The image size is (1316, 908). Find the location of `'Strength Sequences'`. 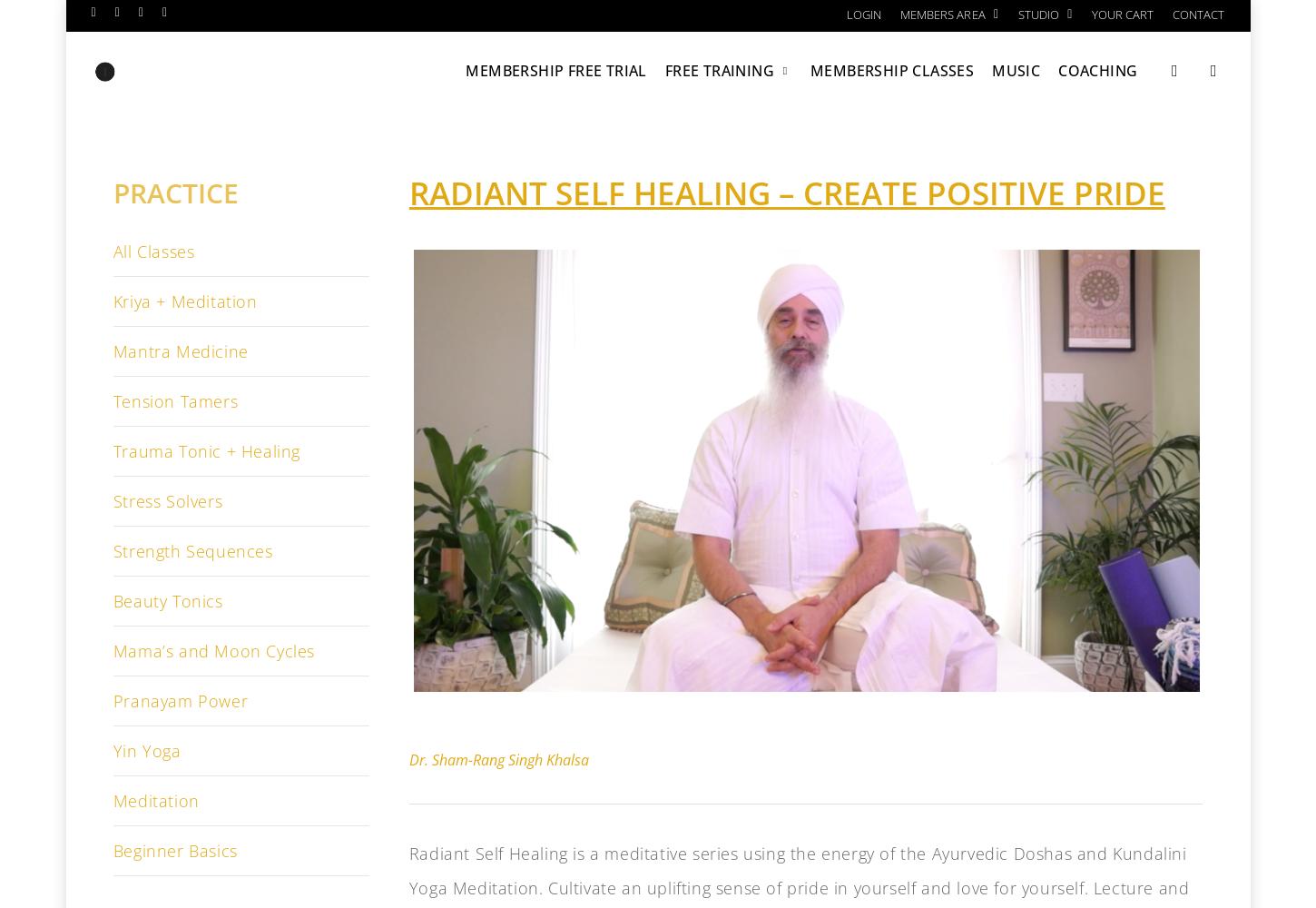

'Strength Sequences' is located at coordinates (191, 550).